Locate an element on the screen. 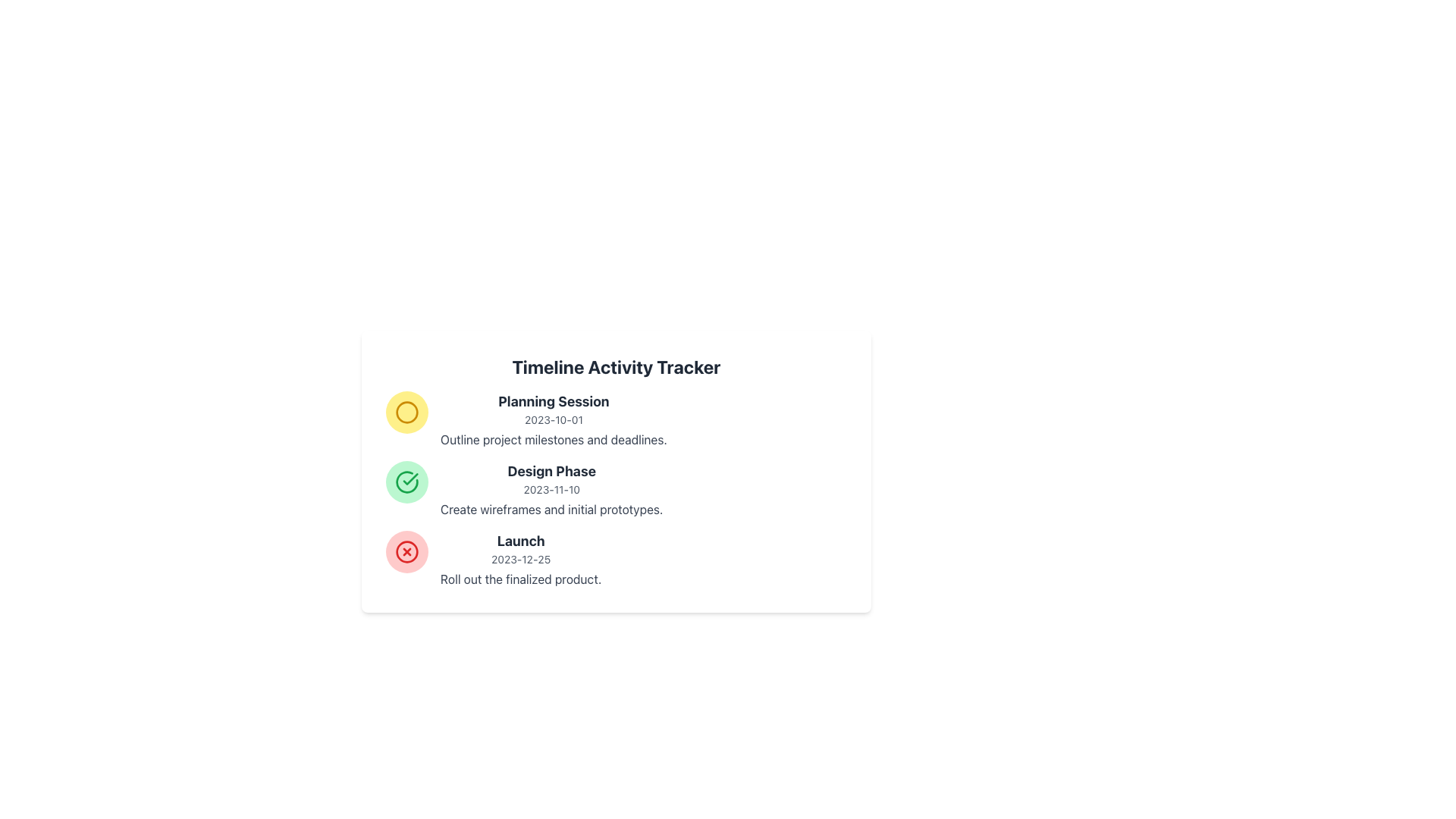 This screenshot has height=819, width=1456. the informational text label that indicates the specific date associated with the 'Launch' phase in the project management tracker, which is positioned beneath 'Launch' and above the description 'Roll out the finalized product.' is located at coordinates (521, 559).